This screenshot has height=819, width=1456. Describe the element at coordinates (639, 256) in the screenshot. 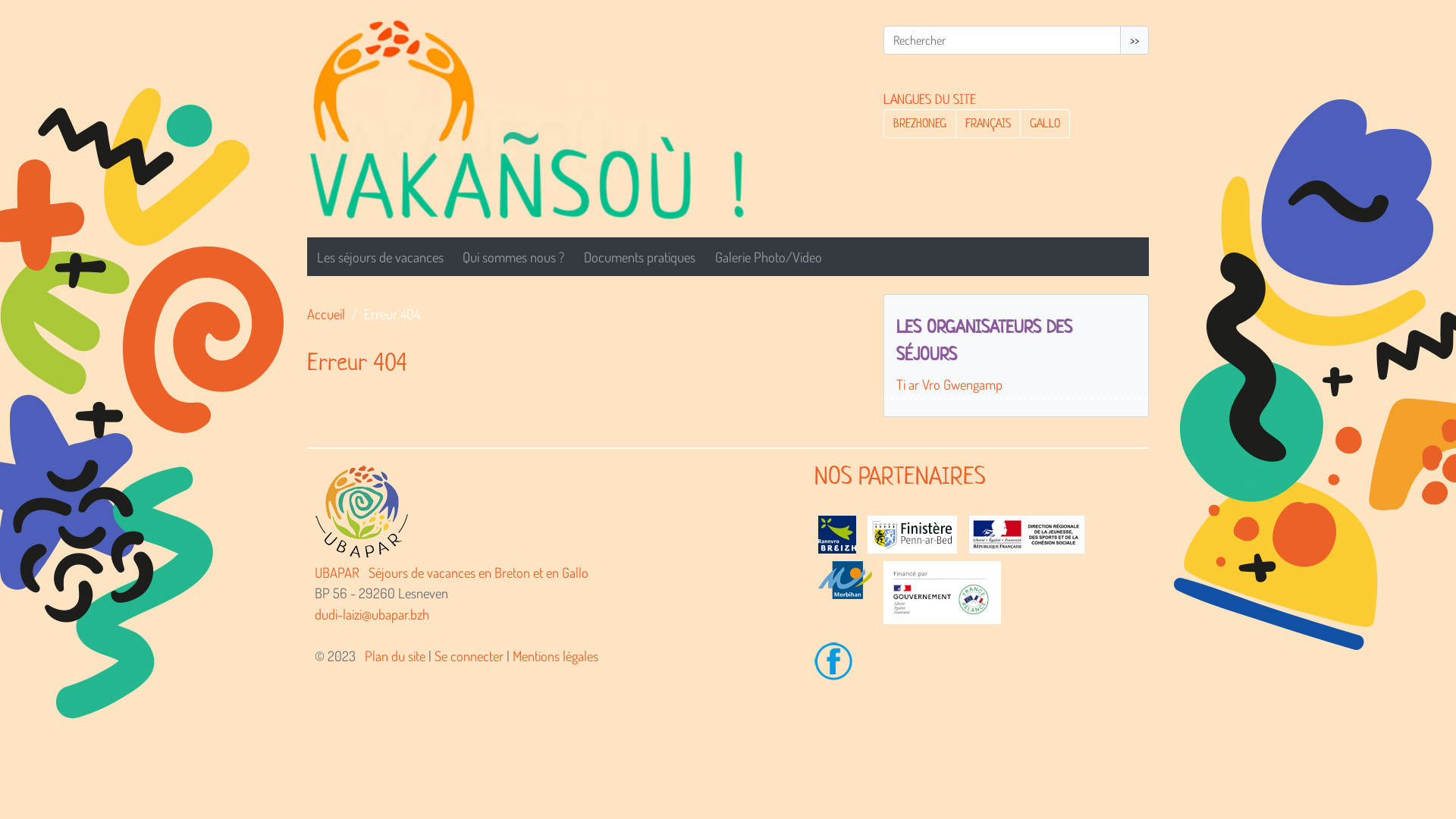

I see `'Documents pratiques'` at that location.